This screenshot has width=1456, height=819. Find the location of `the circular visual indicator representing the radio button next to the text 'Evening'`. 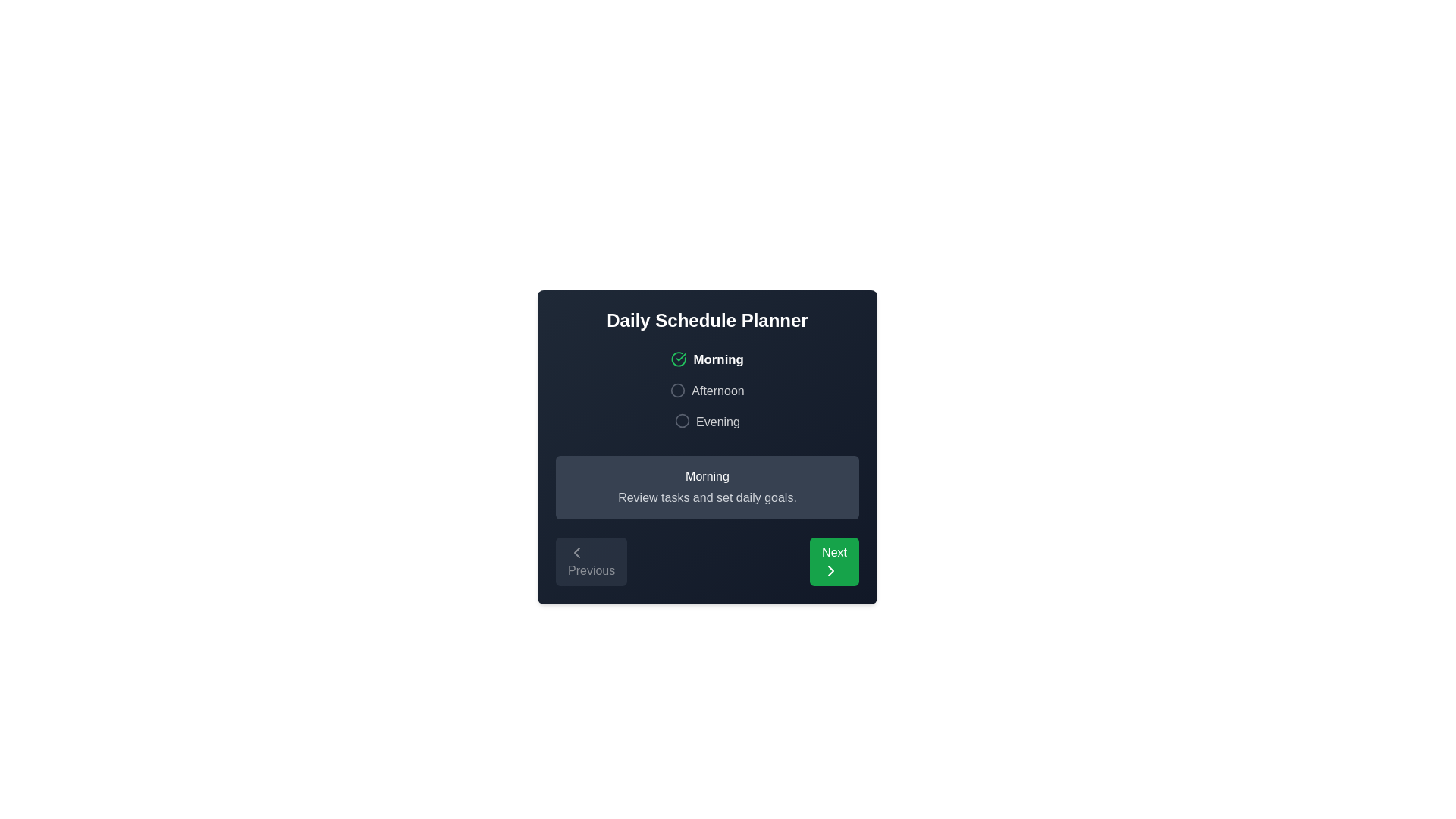

the circular visual indicator representing the radio button next to the text 'Evening' is located at coordinates (682, 421).